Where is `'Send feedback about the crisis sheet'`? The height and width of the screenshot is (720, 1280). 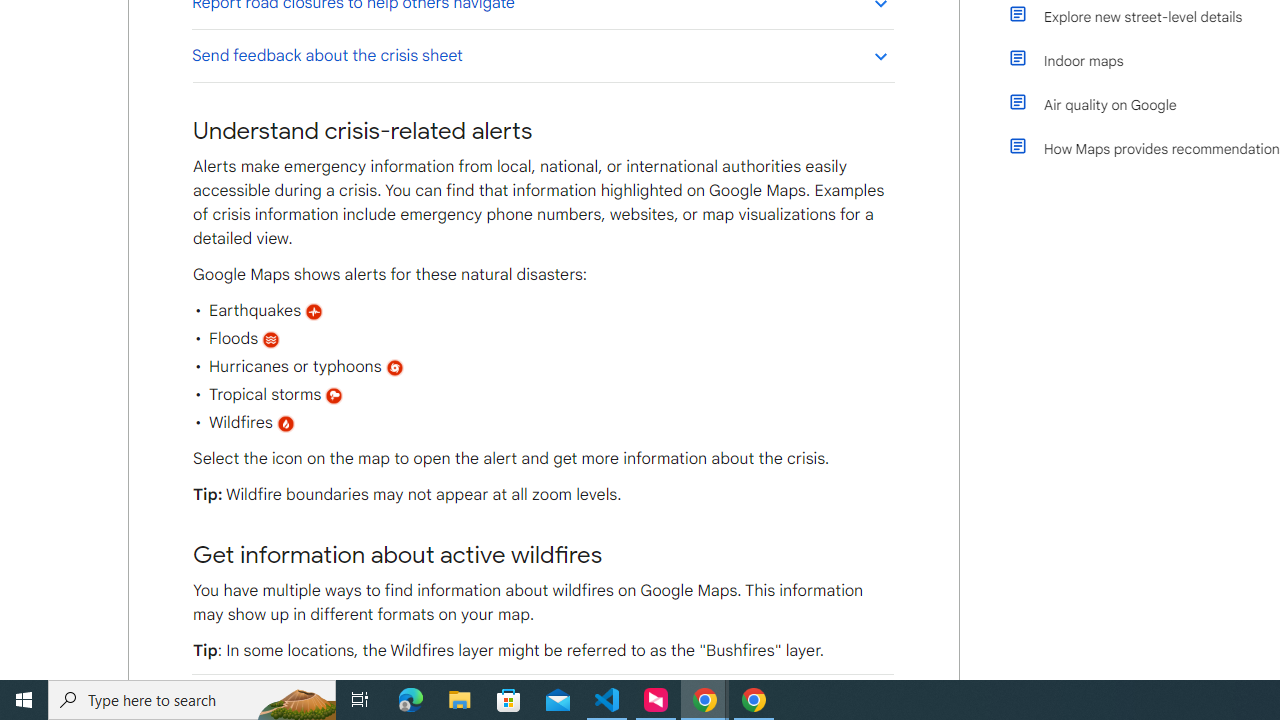 'Send feedback about the crisis sheet' is located at coordinates (542, 54).